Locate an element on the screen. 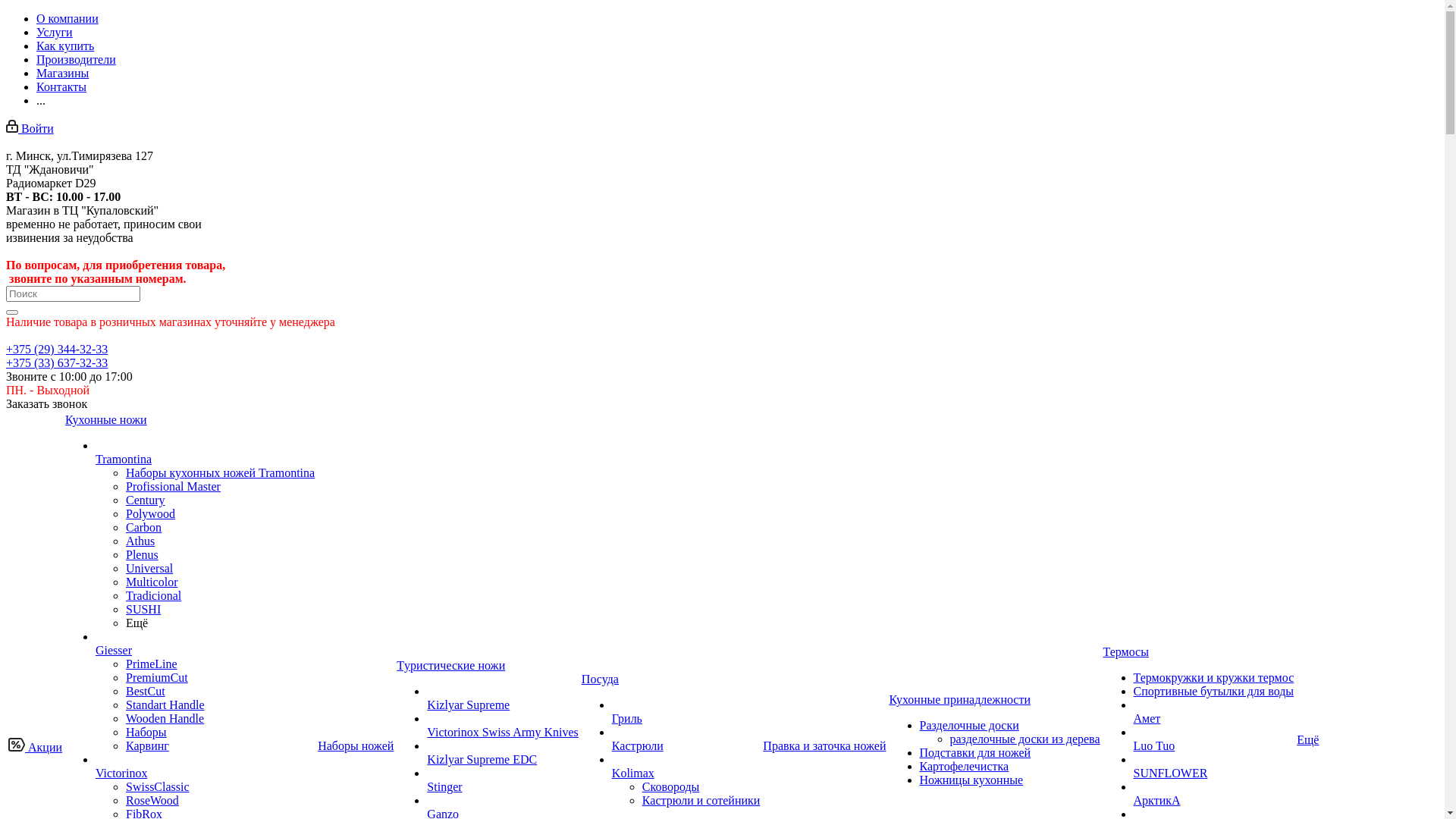 The height and width of the screenshot is (819, 1456). 'Century' is located at coordinates (146, 500).